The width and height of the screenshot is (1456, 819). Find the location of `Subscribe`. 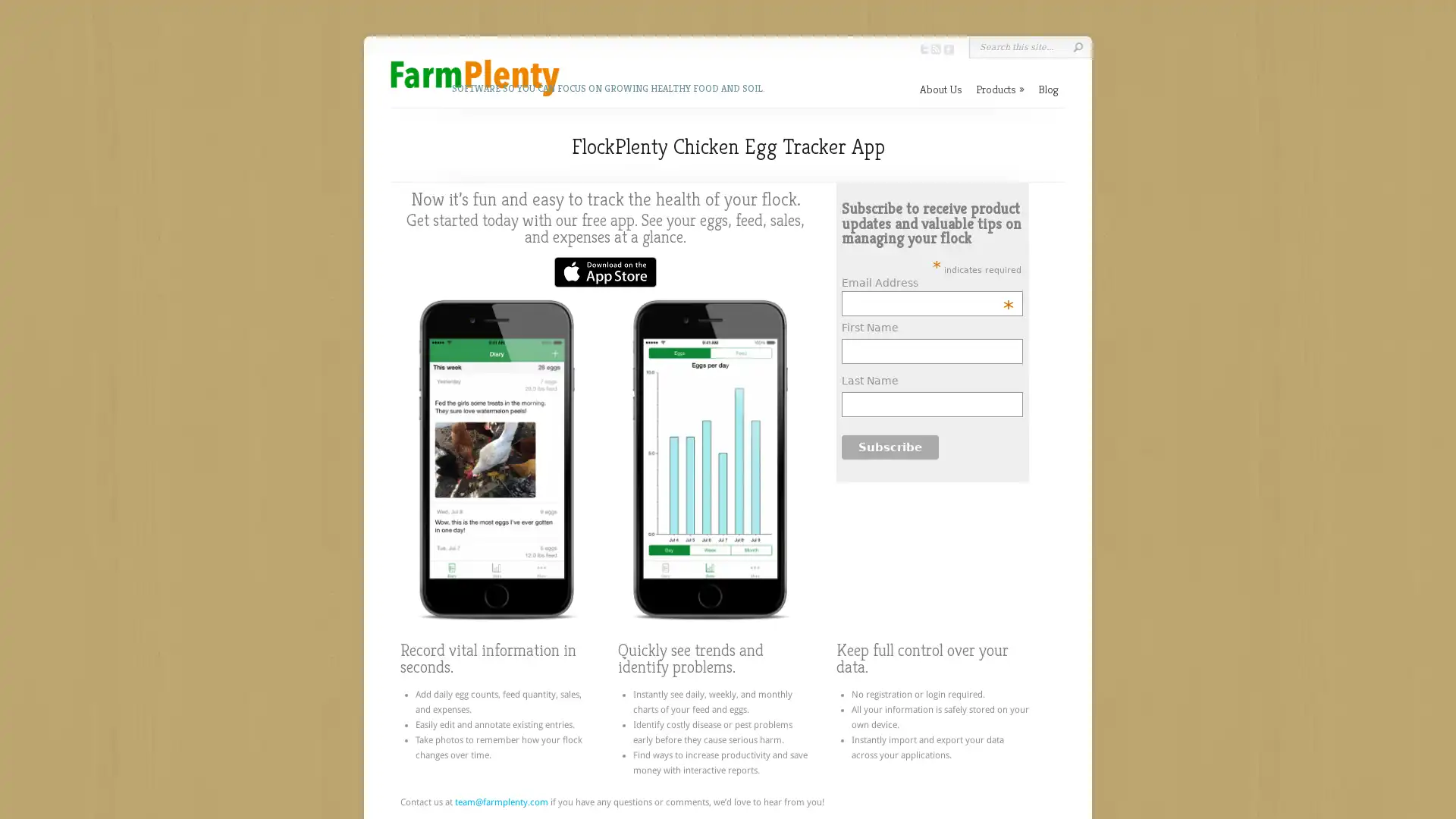

Subscribe is located at coordinates (890, 446).